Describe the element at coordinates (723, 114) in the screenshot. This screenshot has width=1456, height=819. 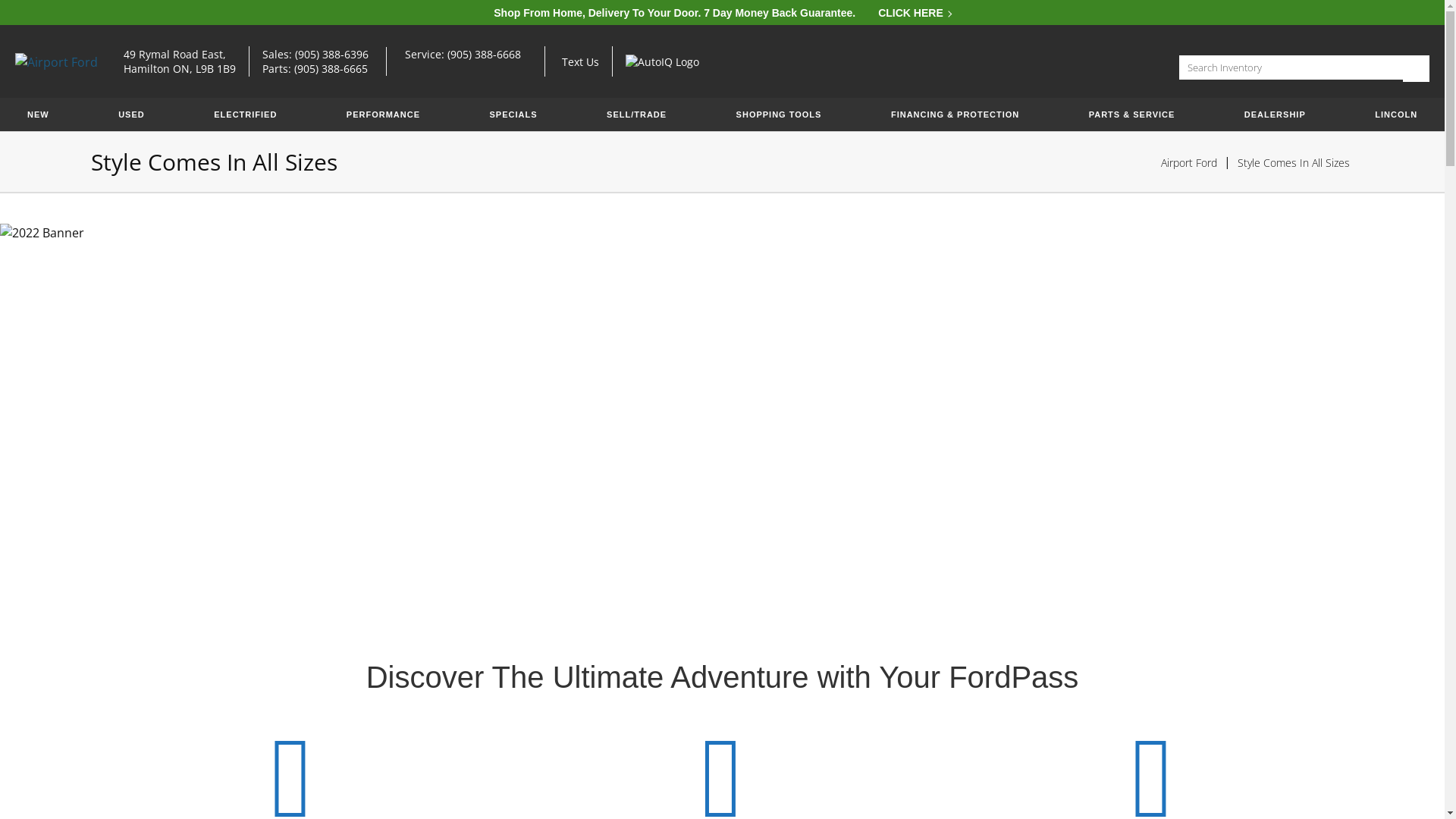
I see `'SHOPPING TOOLS'` at that location.